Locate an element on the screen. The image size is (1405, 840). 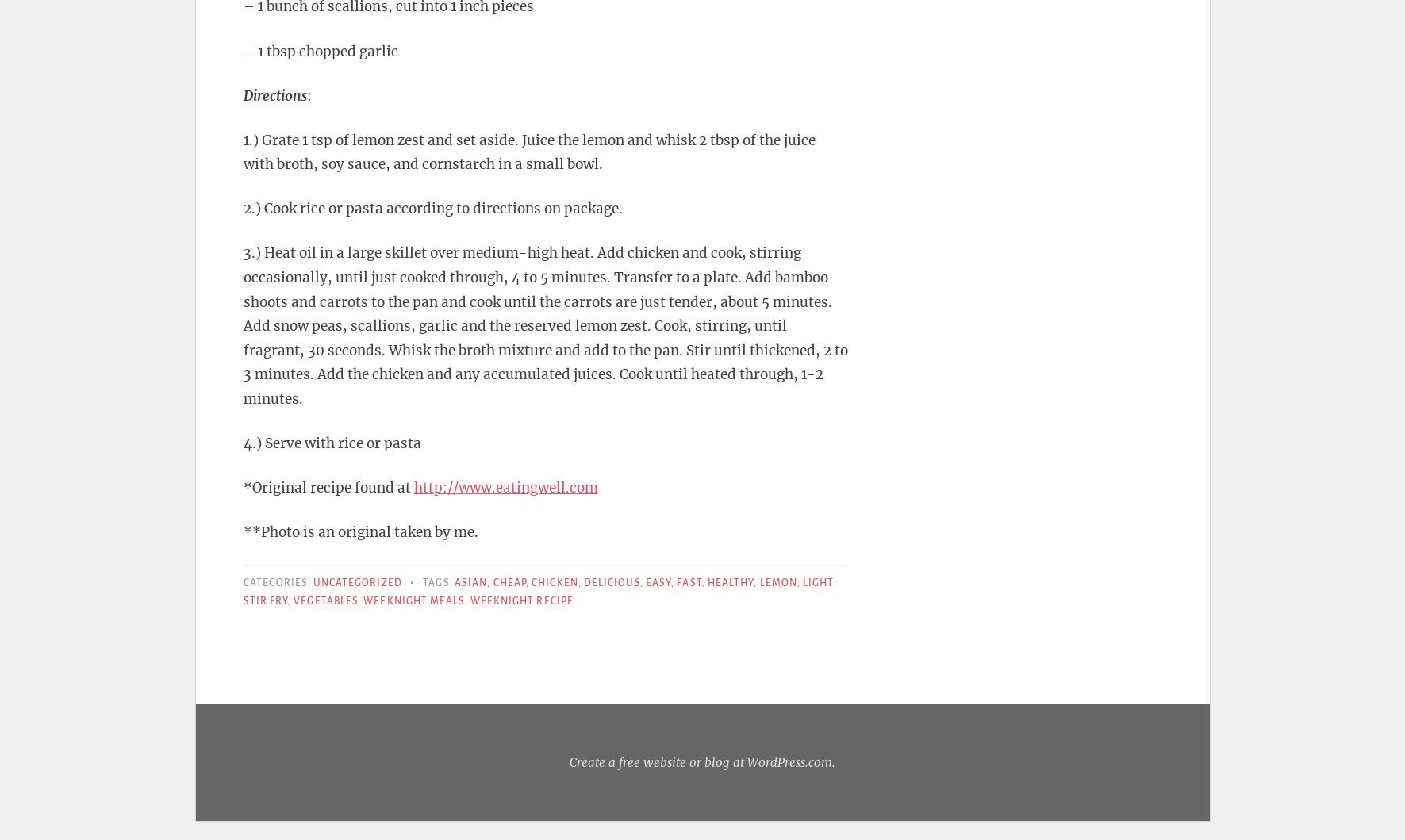
'asian' is located at coordinates (470, 583).